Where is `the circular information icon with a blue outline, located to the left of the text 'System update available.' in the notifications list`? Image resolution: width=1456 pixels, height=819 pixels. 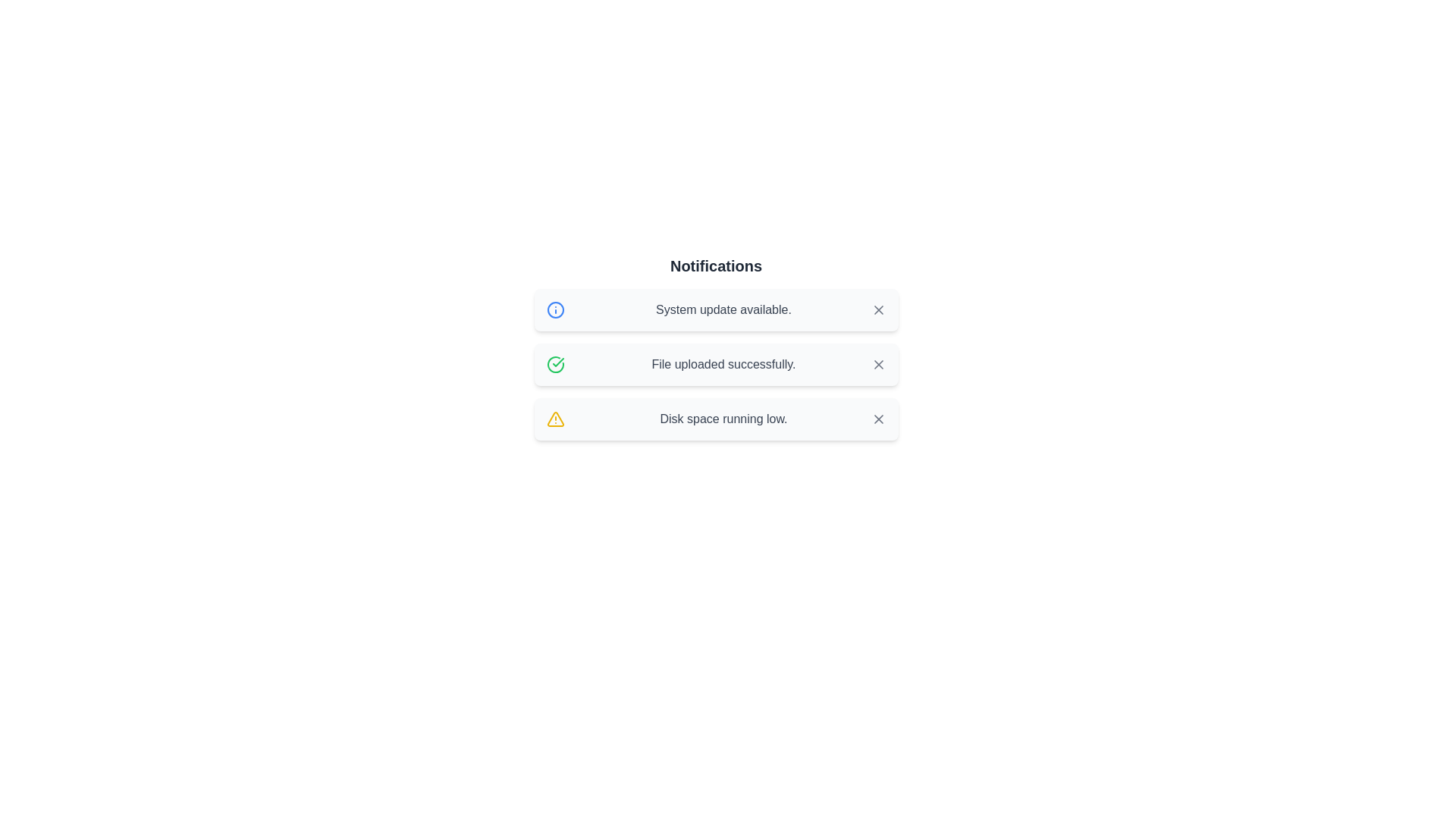
the circular information icon with a blue outline, located to the left of the text 'System update available.' in the notifications list is located at coordinates (554, 309).